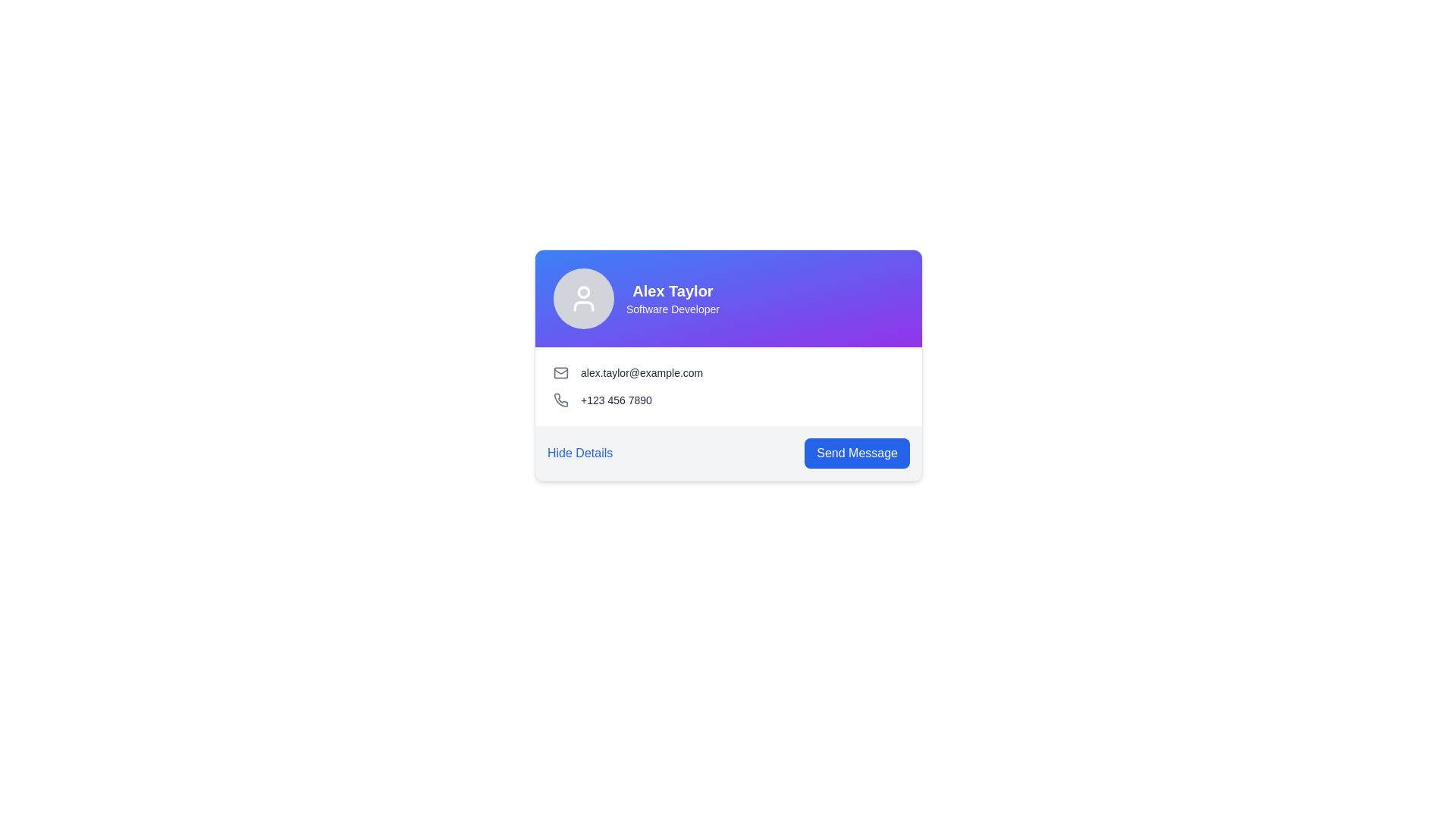 This screenshot has width=1456, height=819. I want to click on text label that designates the role or position associated with 'Alex Taylor', which is located directly underneath the name 'Alex Taylor' in the top section of the card, so click(672, 309).